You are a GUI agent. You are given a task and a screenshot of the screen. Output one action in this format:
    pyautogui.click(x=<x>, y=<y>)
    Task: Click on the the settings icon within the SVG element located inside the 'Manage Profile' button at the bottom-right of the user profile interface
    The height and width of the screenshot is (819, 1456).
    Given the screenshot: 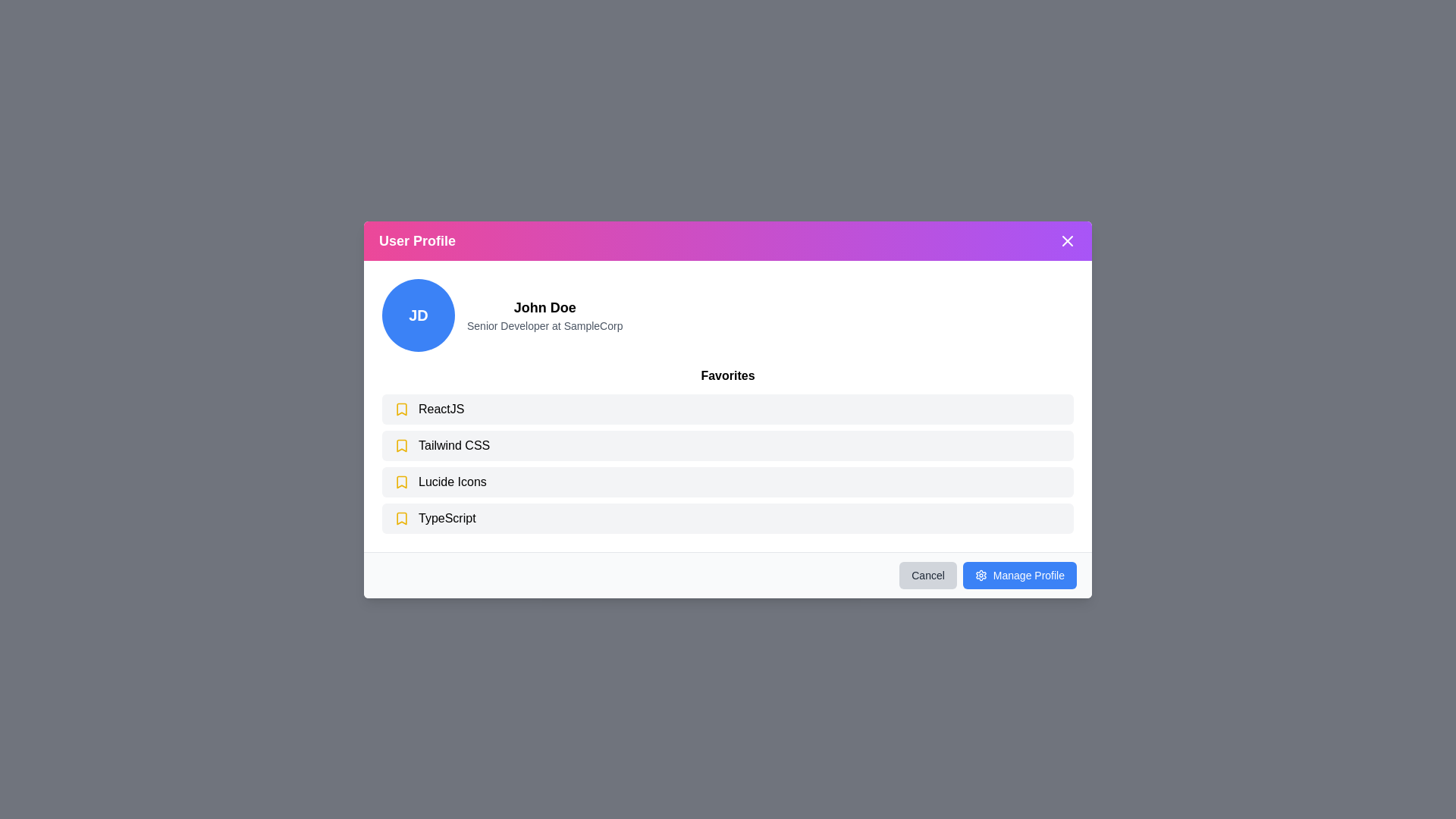 What is the action you would take?
    pyautogui.click(x=981, y=575)
    